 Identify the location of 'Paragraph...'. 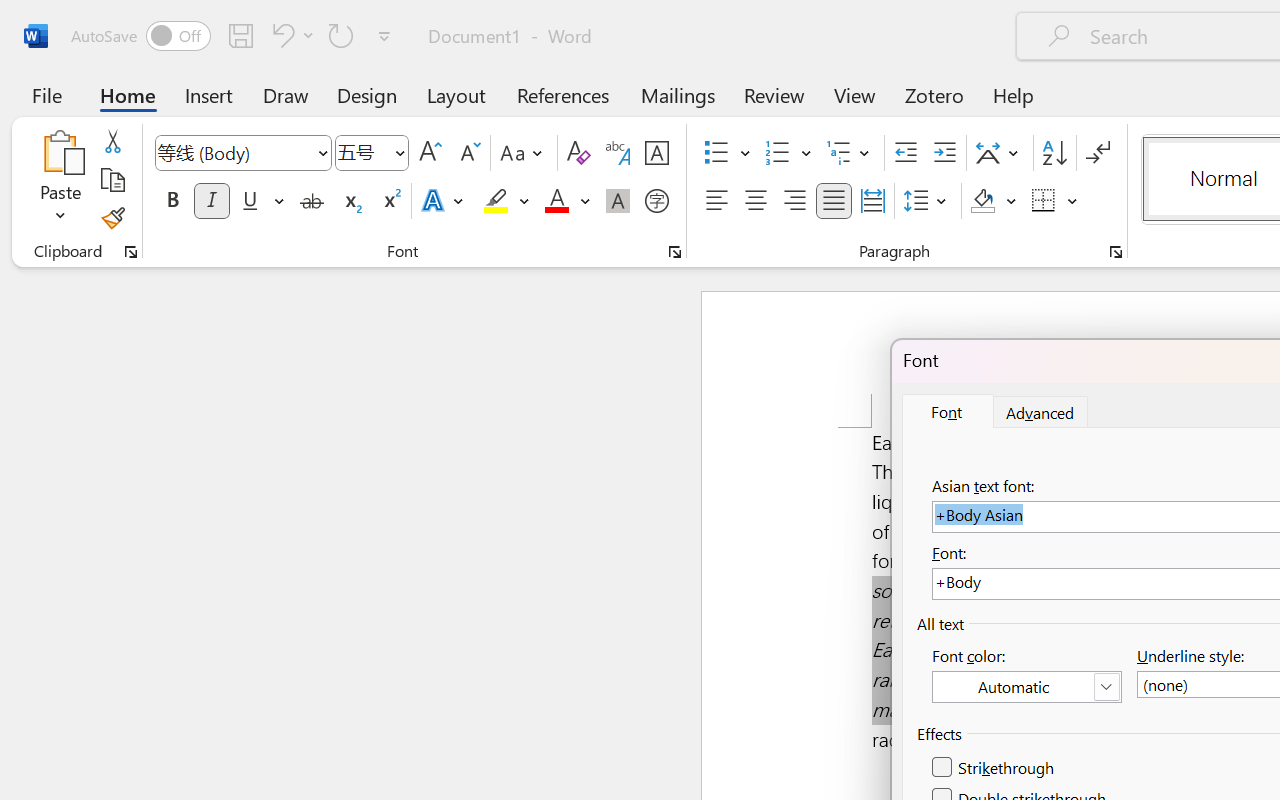
(1114, 251).